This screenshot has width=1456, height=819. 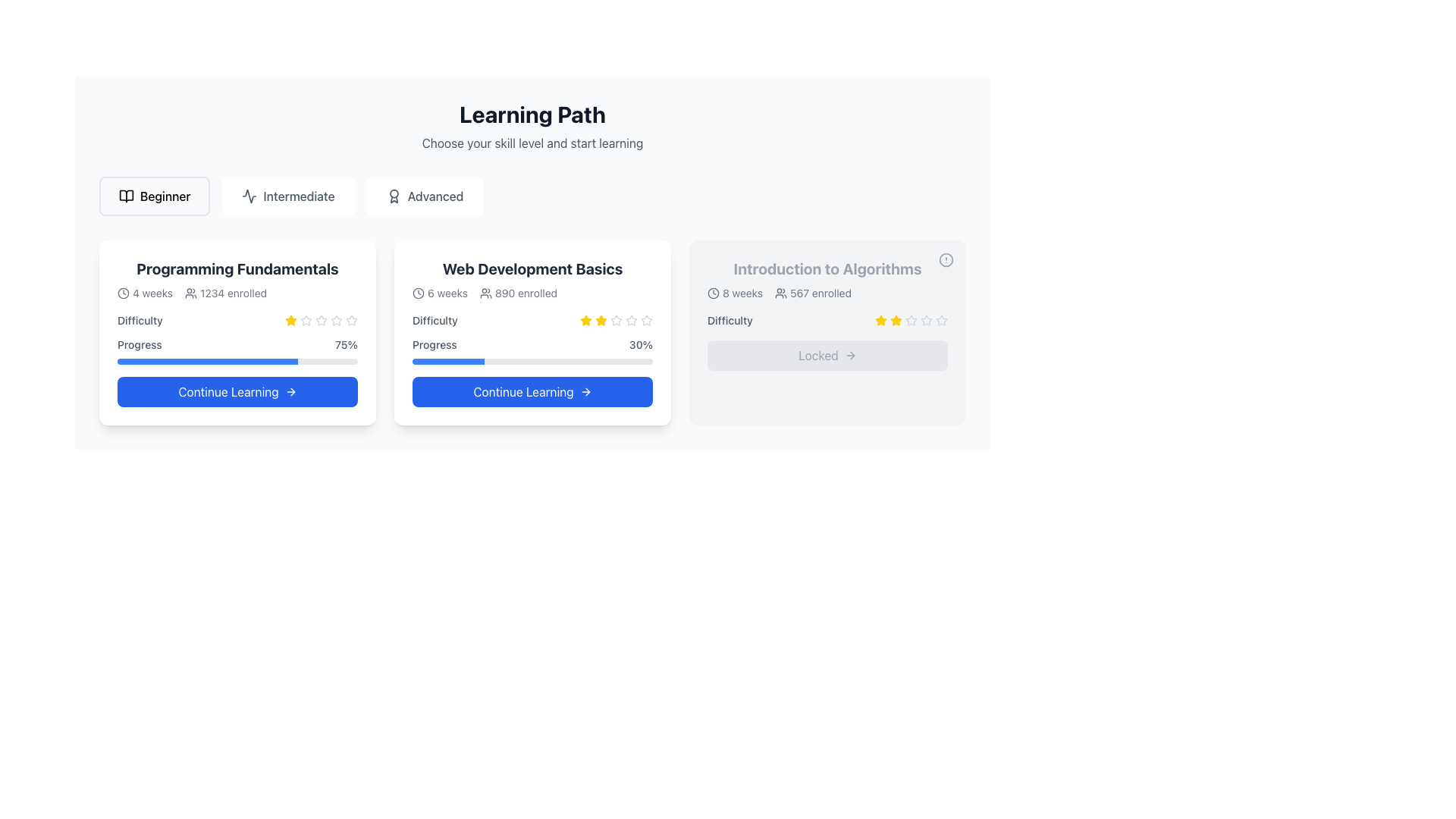 I want to click on the fifth star icon with a gray outline in the rating component of the 'Introduction to Algorithms' course card, so click(x=910, y=320).